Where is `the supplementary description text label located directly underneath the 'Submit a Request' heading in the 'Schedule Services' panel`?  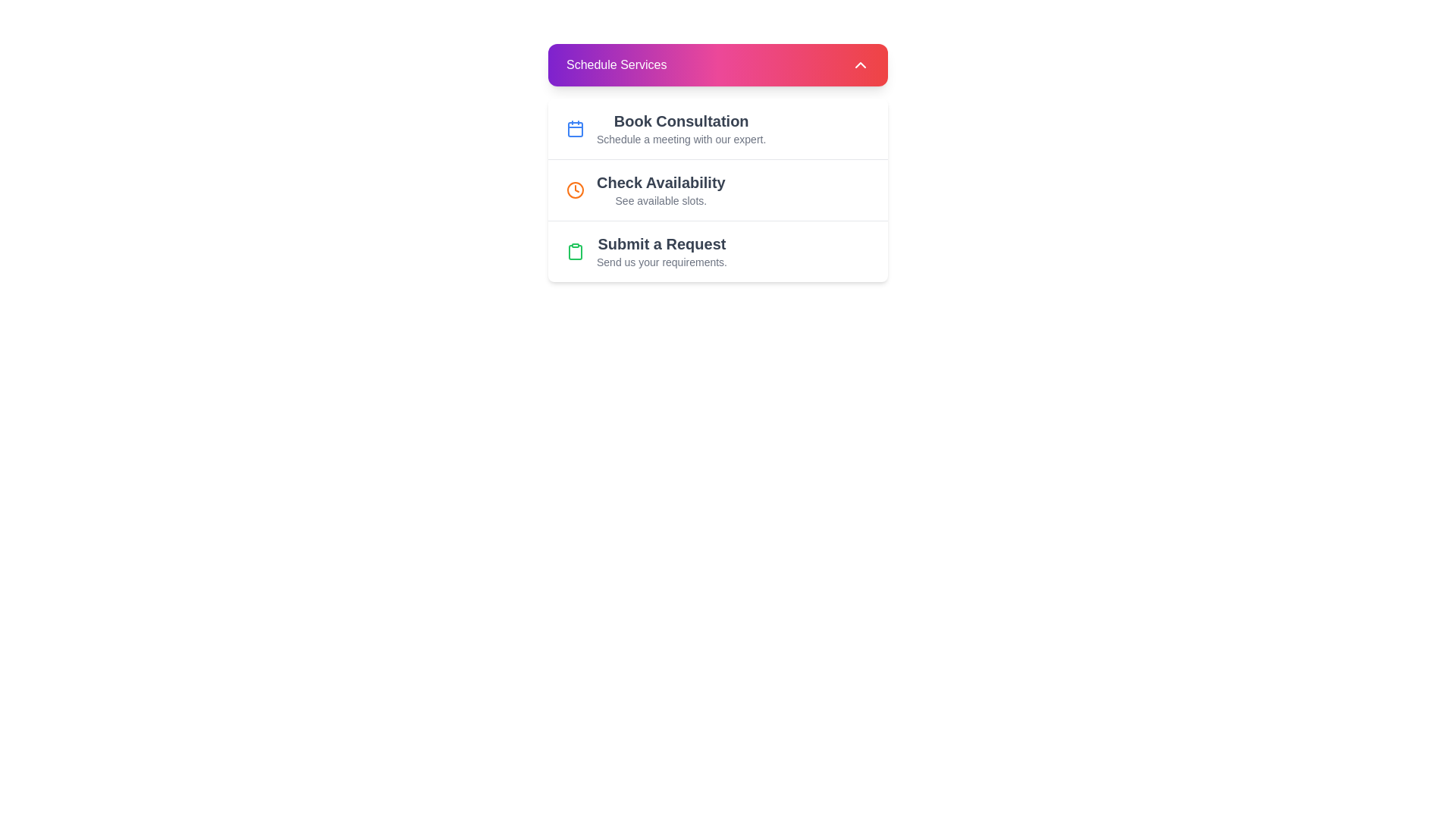
the supplementary description text label located directly underneath the 'Submit a Request' heading in the 'Schedule Services' panel is located at coordinates (662, 262).